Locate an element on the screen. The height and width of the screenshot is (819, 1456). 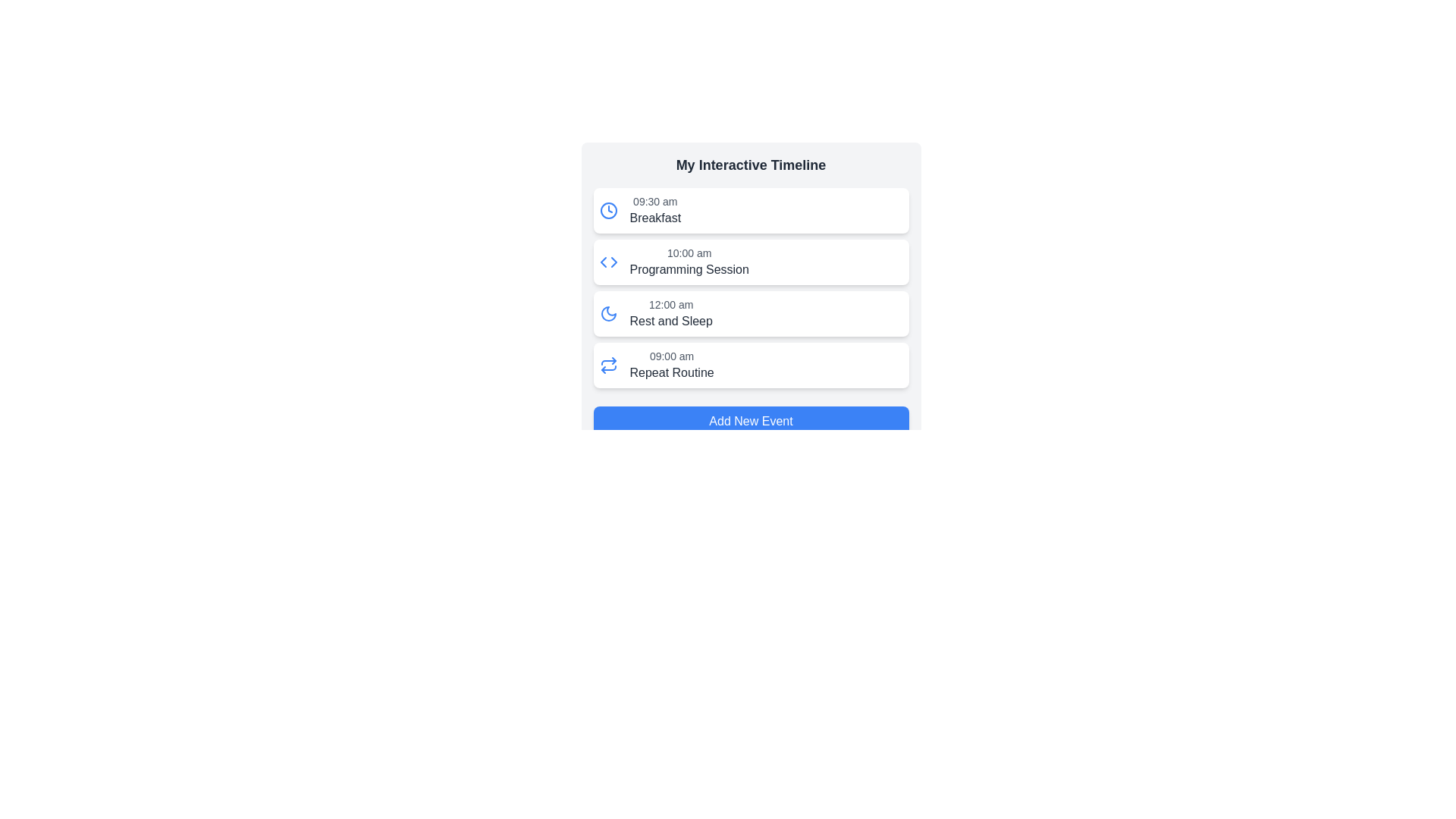
the blue icon resembling HTML or code tags, located to the left of '10:00 am Programming Session' in the second item of the timeline interface is located at coordinates (608, 262).